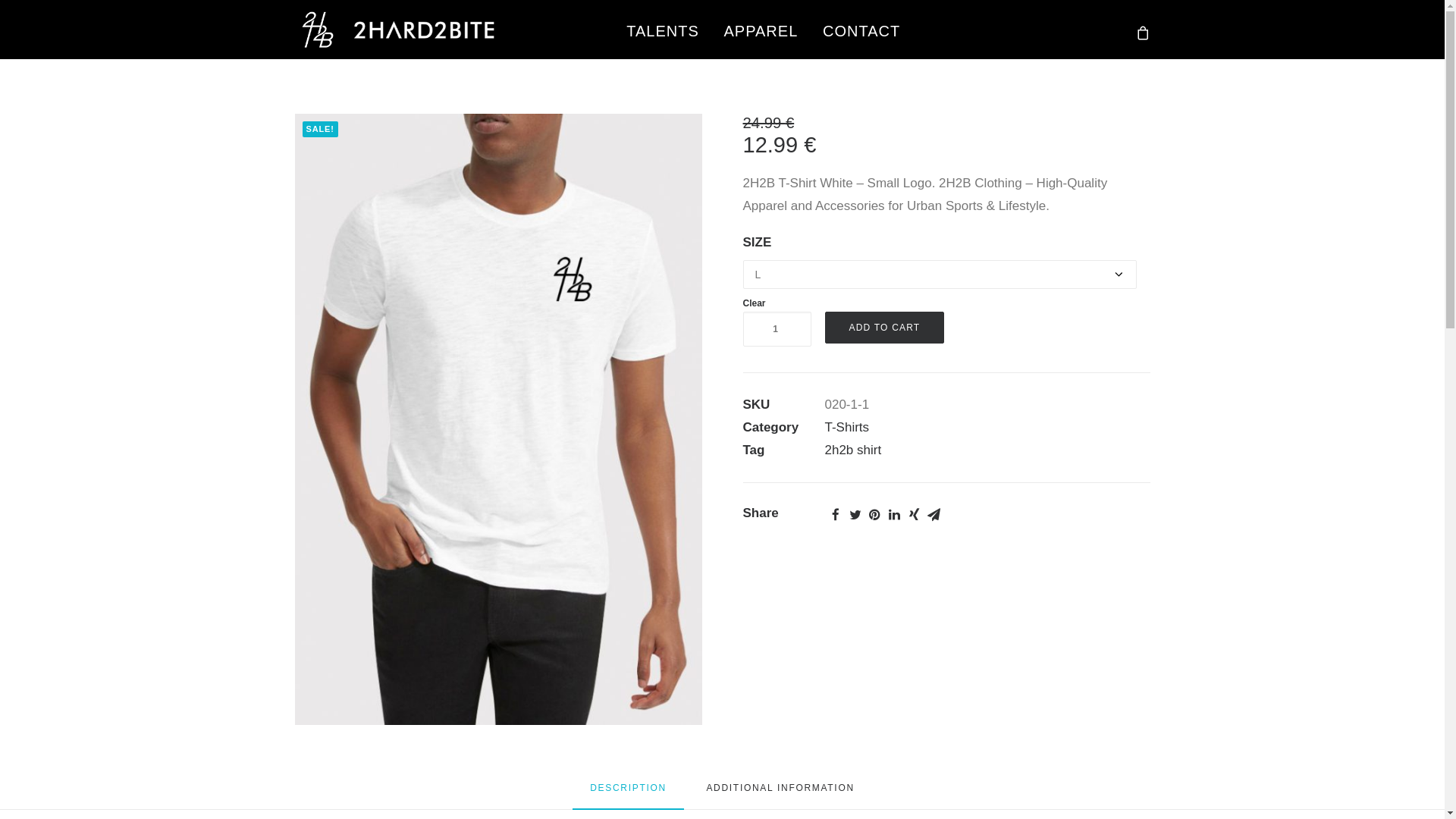 This screenshot has width=1456, height=819. What do you see at coordinates (742, 328) in the screenshot?
I see `'Qty'` at bounding box center [742, 328].